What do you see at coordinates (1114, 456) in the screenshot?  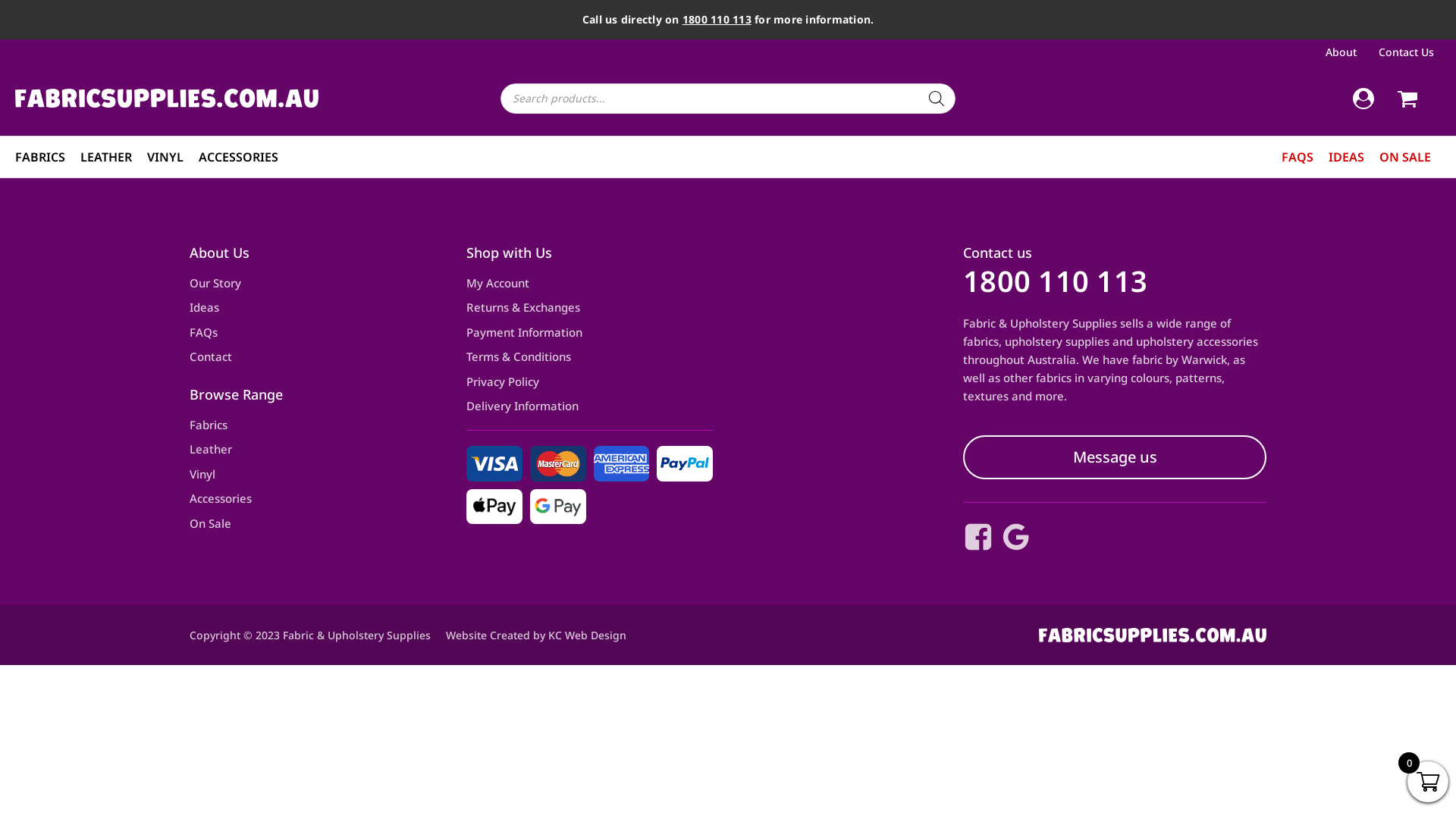 I see `'Message us'` at bounding box center [1114, 456].